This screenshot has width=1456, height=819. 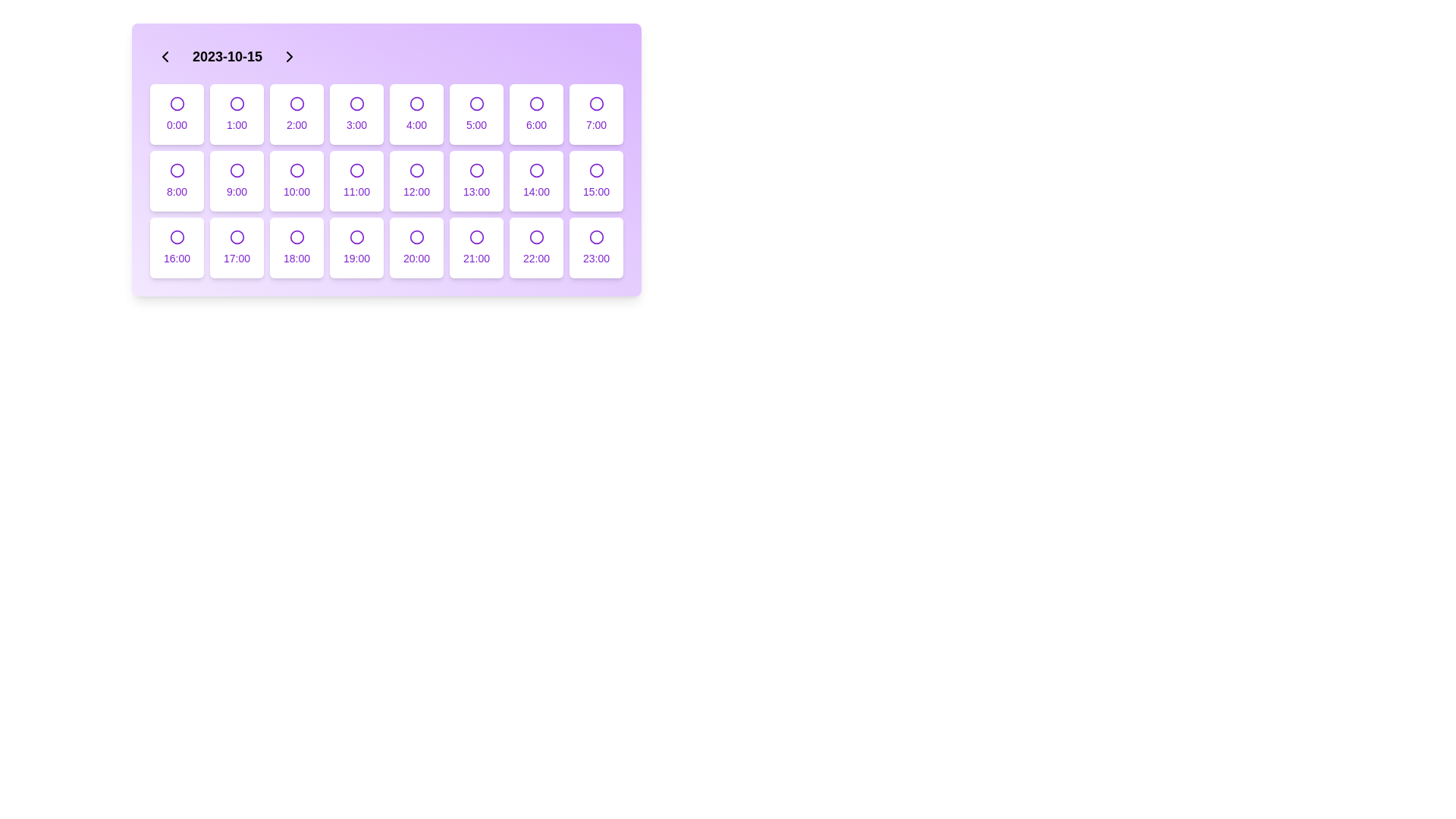 What do you see at coordinates (297, 103) in the screenshot?
I see `the active visual indicator icon with a purple stroke located next to the time label '2:00'` at bounding box center [297, 103].